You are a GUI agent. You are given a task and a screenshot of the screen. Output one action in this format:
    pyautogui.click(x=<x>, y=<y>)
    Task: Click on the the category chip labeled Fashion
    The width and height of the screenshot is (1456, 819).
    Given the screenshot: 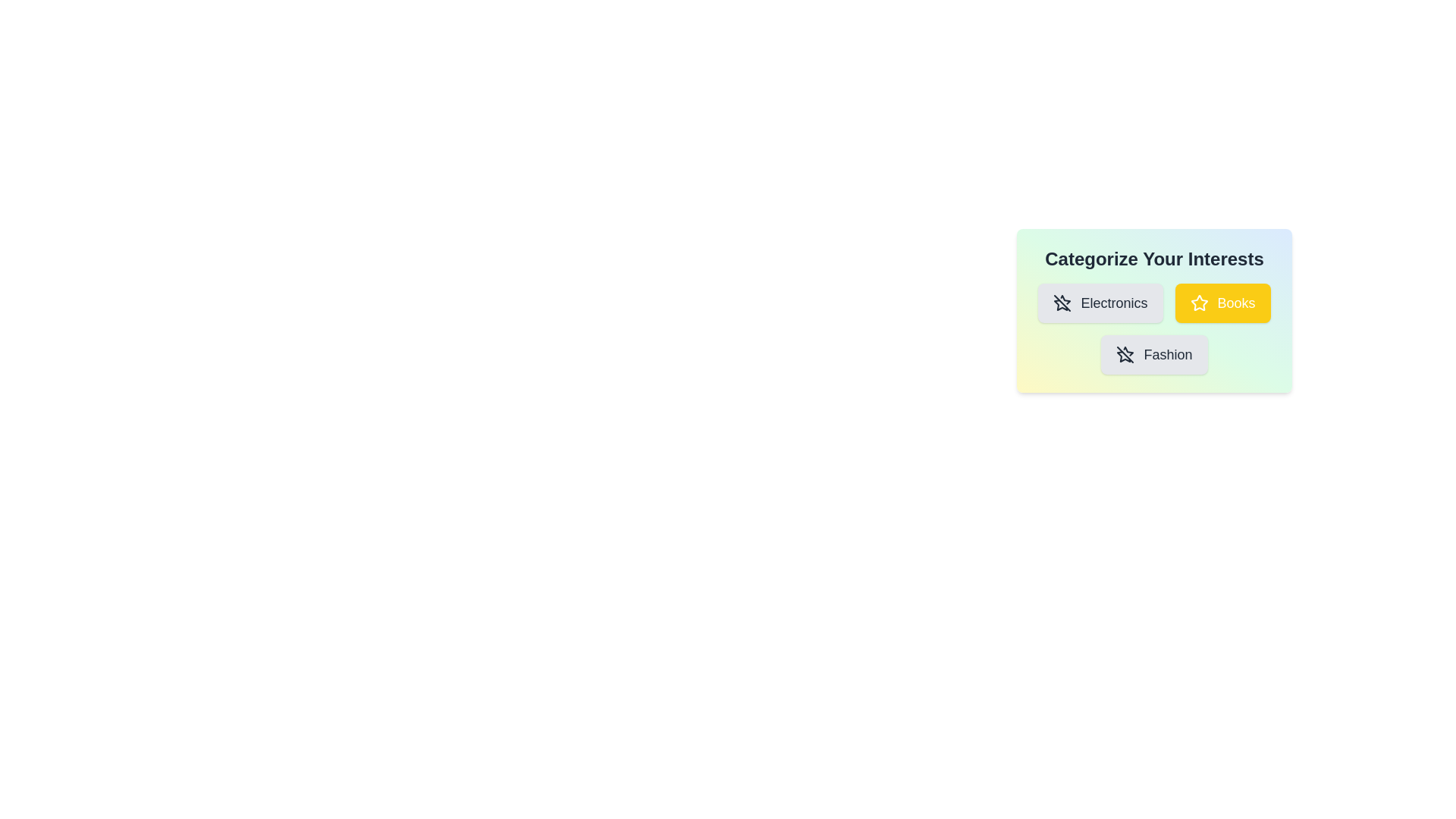 What is the action you would take?
    pyautogui.click(x=1153, y=354)
    